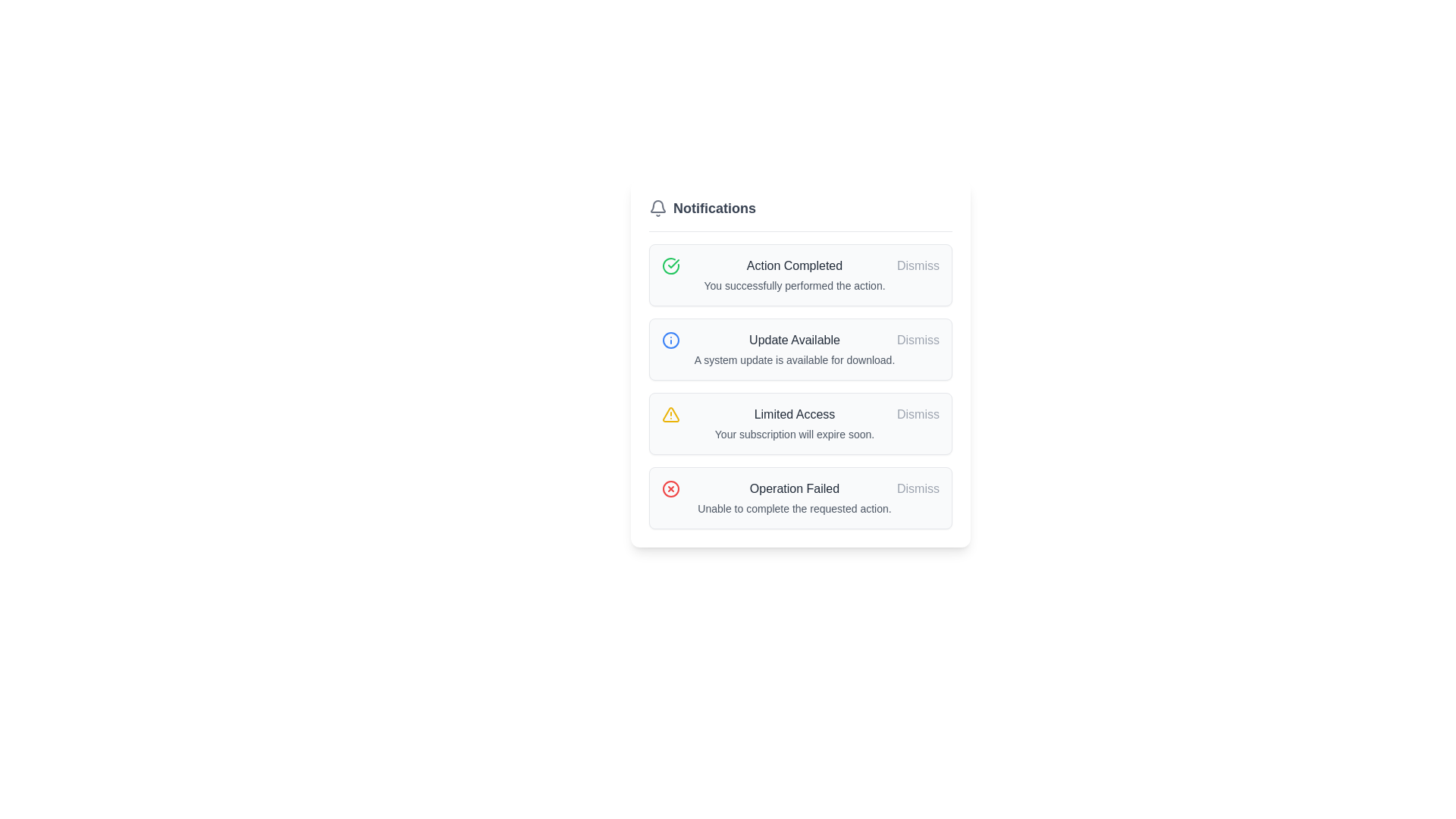  What do you see at coordinates (670, 488) in the screenshot?
I see `the error indicator icon located to the left of the 'Operation Failed' notification text` at bounding box center [670, 488].